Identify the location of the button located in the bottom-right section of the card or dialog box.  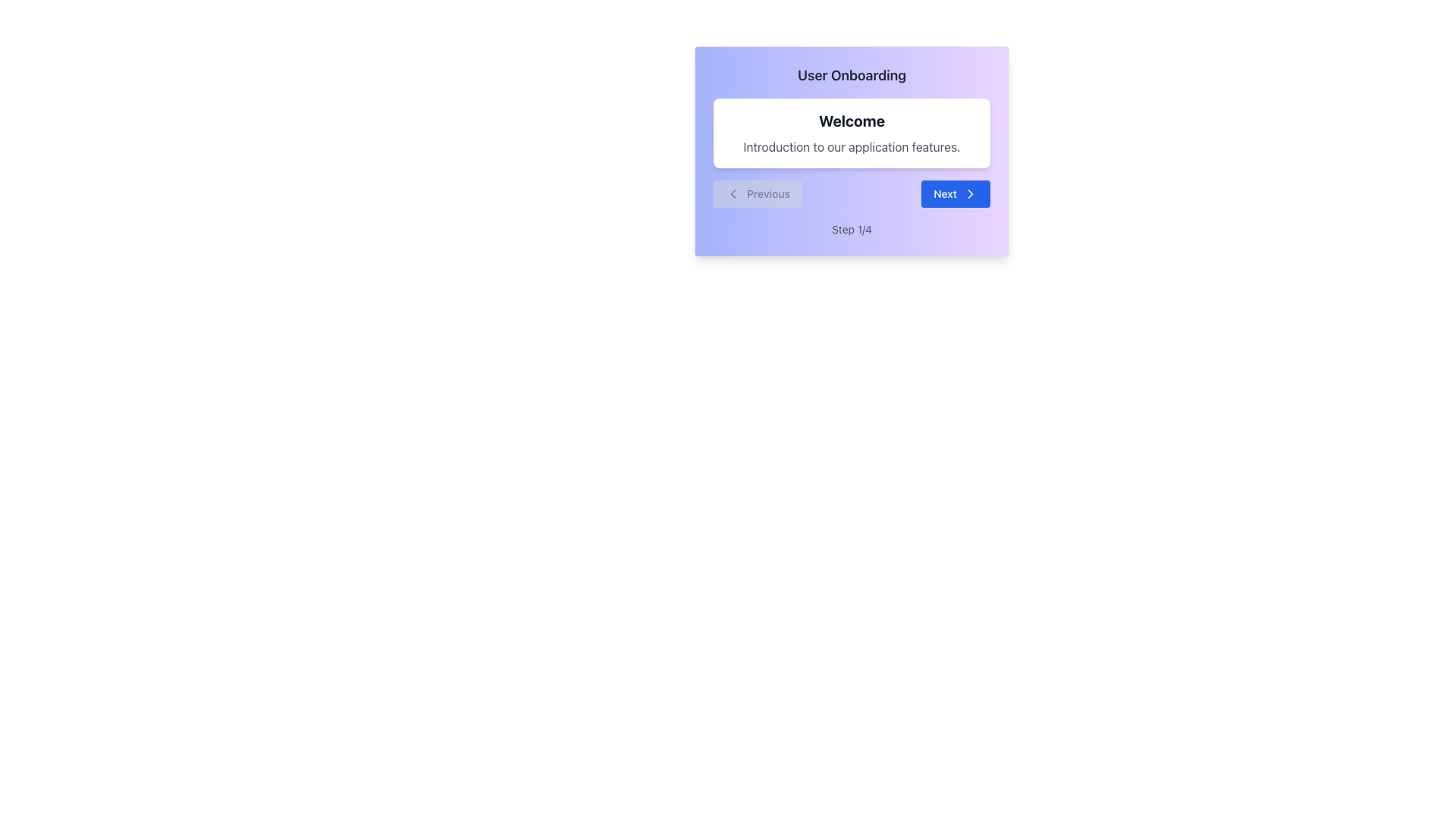
(955, 193).